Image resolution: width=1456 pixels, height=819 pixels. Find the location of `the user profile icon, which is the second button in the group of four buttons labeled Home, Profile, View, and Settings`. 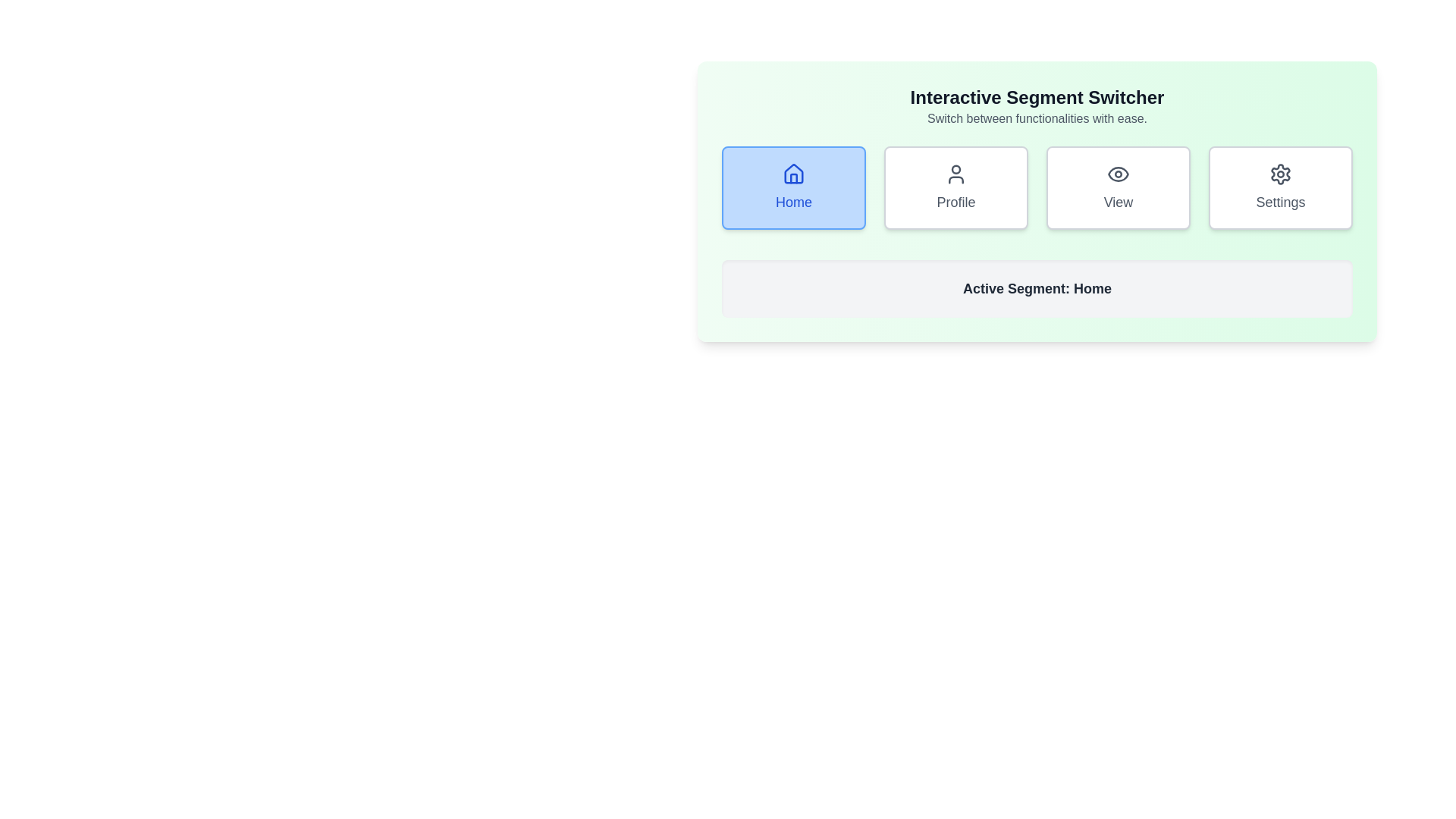

the user profile icon, which is the second button in the group of four buttons labeled Home, Profile, View, and Settings is located at coordinates (955, 174).